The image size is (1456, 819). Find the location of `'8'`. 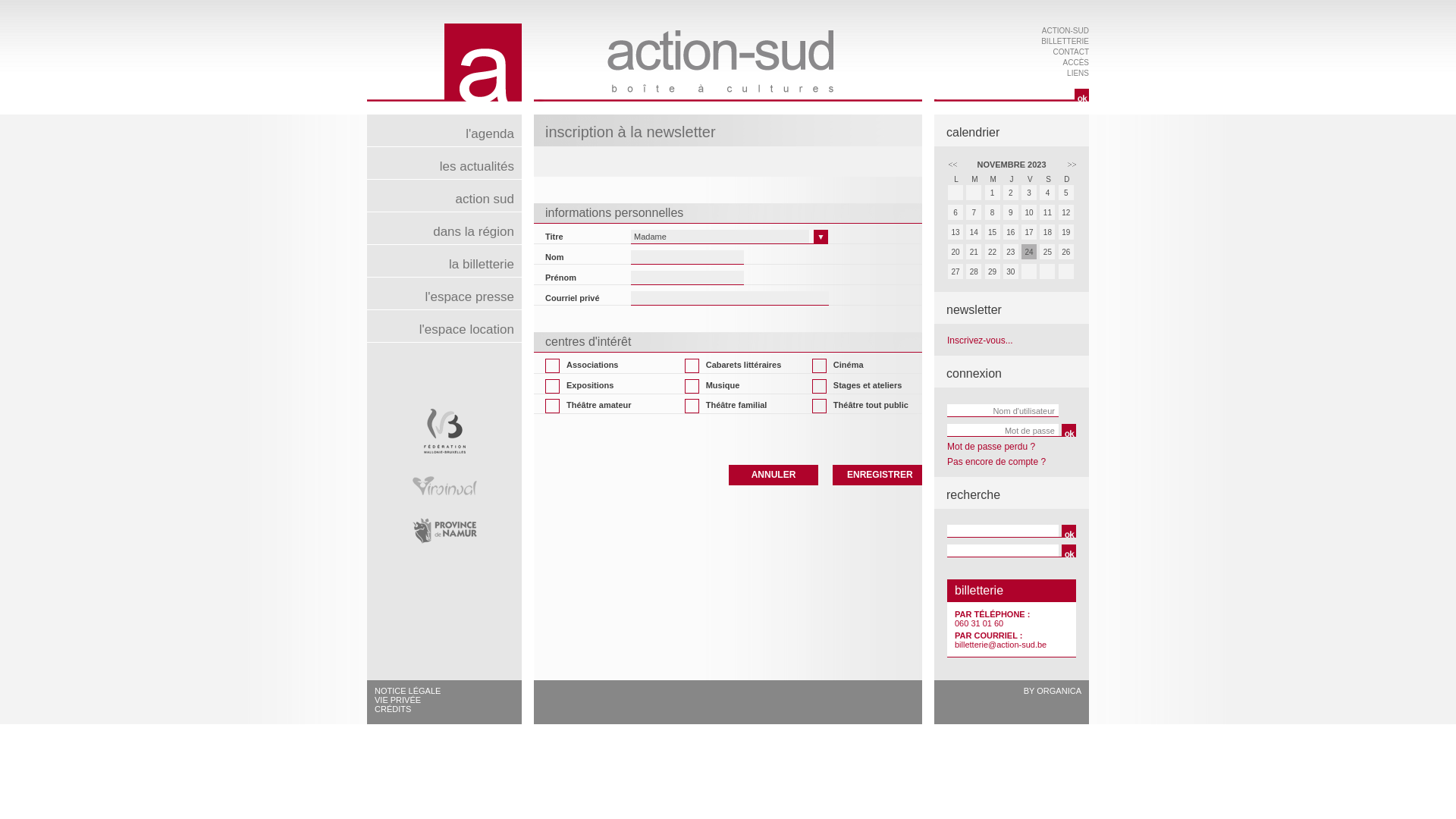

'8' is located at coordinates (993, 212).